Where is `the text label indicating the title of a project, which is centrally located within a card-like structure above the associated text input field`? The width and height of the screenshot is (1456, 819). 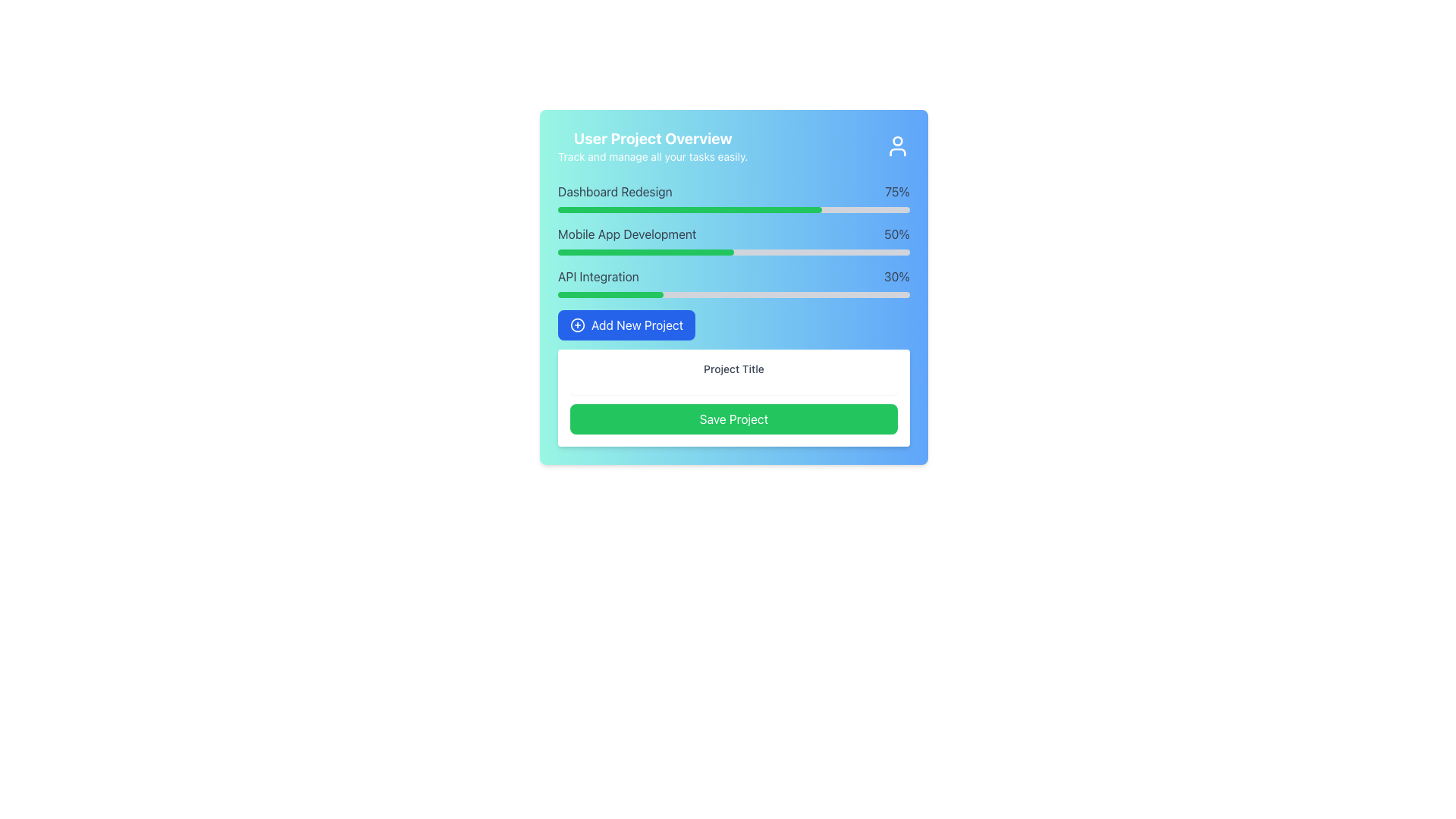 the text label indicating the title of a project, which is centrally located within a card-like structure above the associated text input field is located at coordinates (734, 369).